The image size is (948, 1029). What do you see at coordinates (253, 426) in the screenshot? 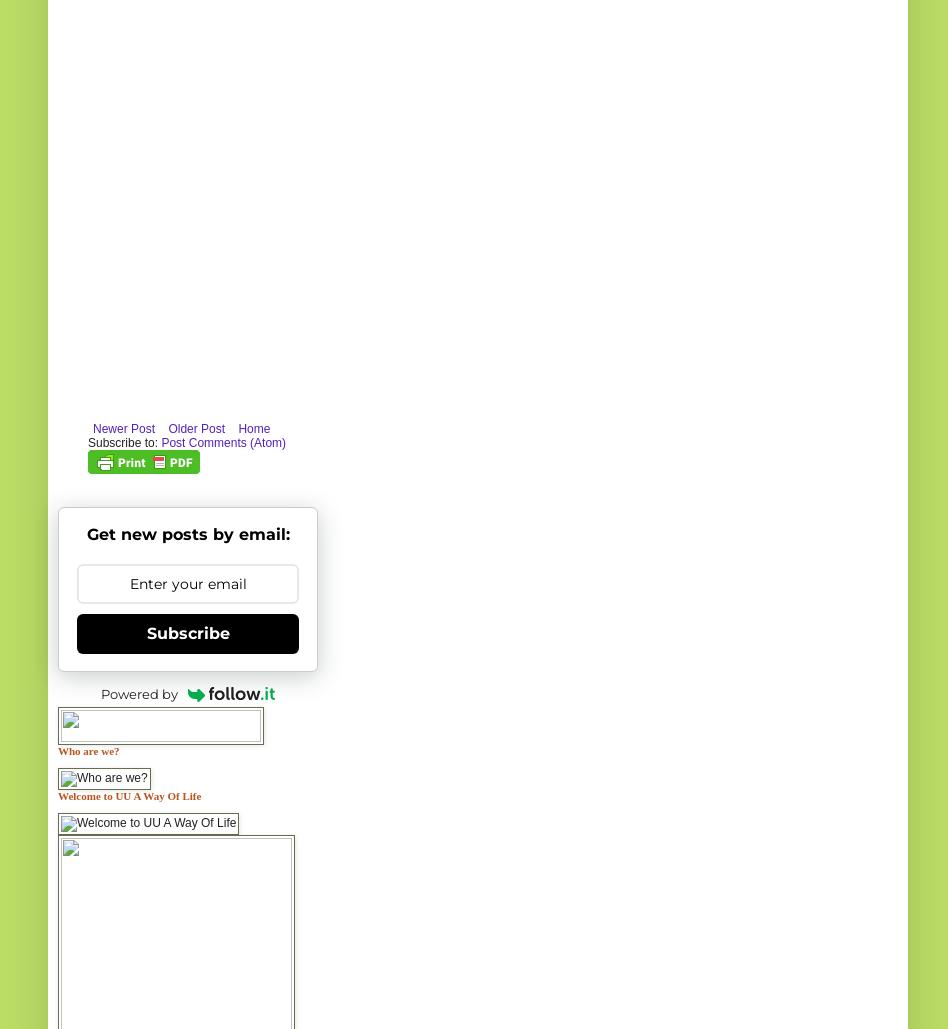
I see `'Home'` at bounding box center [253, 426].